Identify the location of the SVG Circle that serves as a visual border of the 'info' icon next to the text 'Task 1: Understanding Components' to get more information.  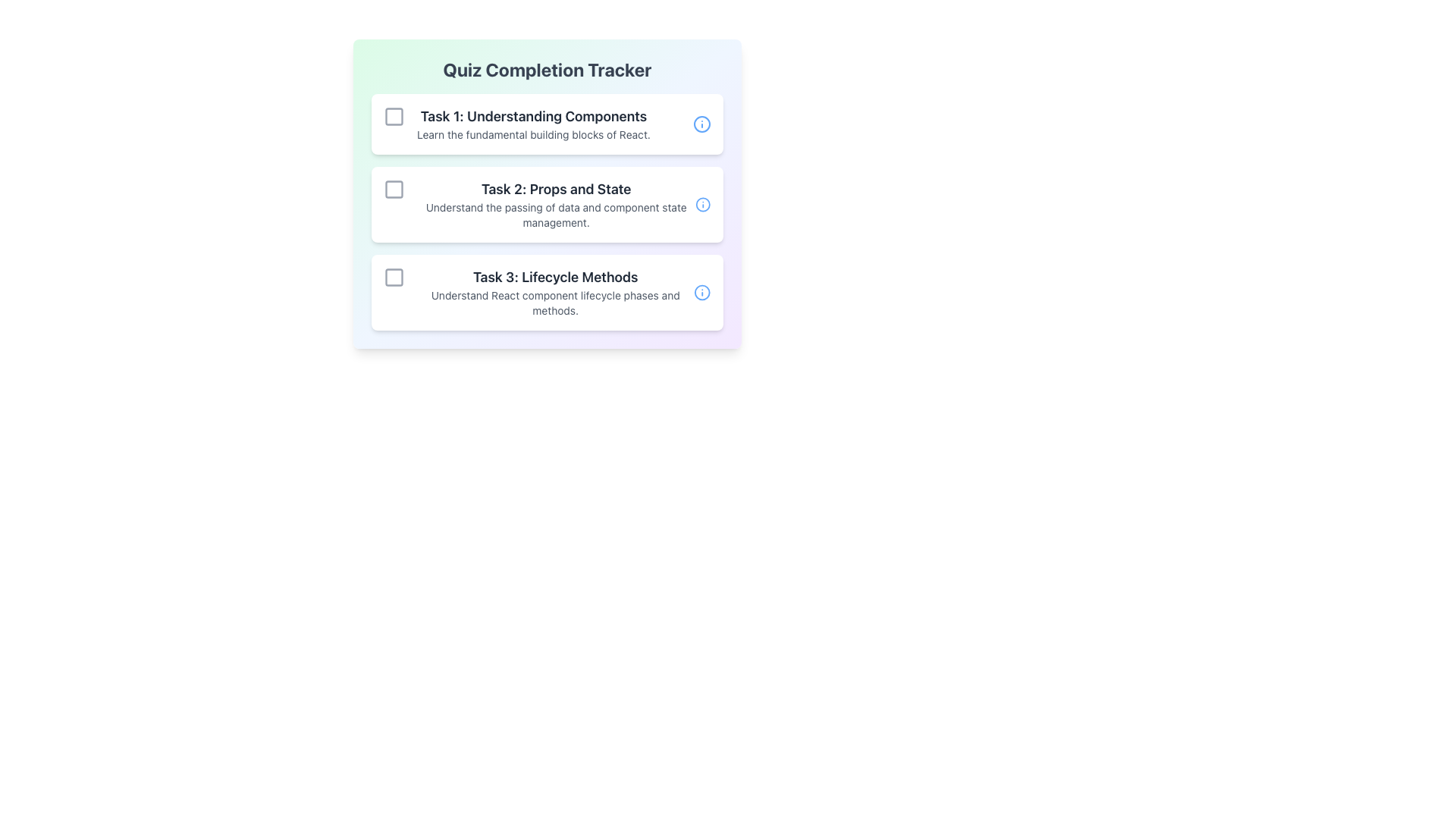
(701, 124).